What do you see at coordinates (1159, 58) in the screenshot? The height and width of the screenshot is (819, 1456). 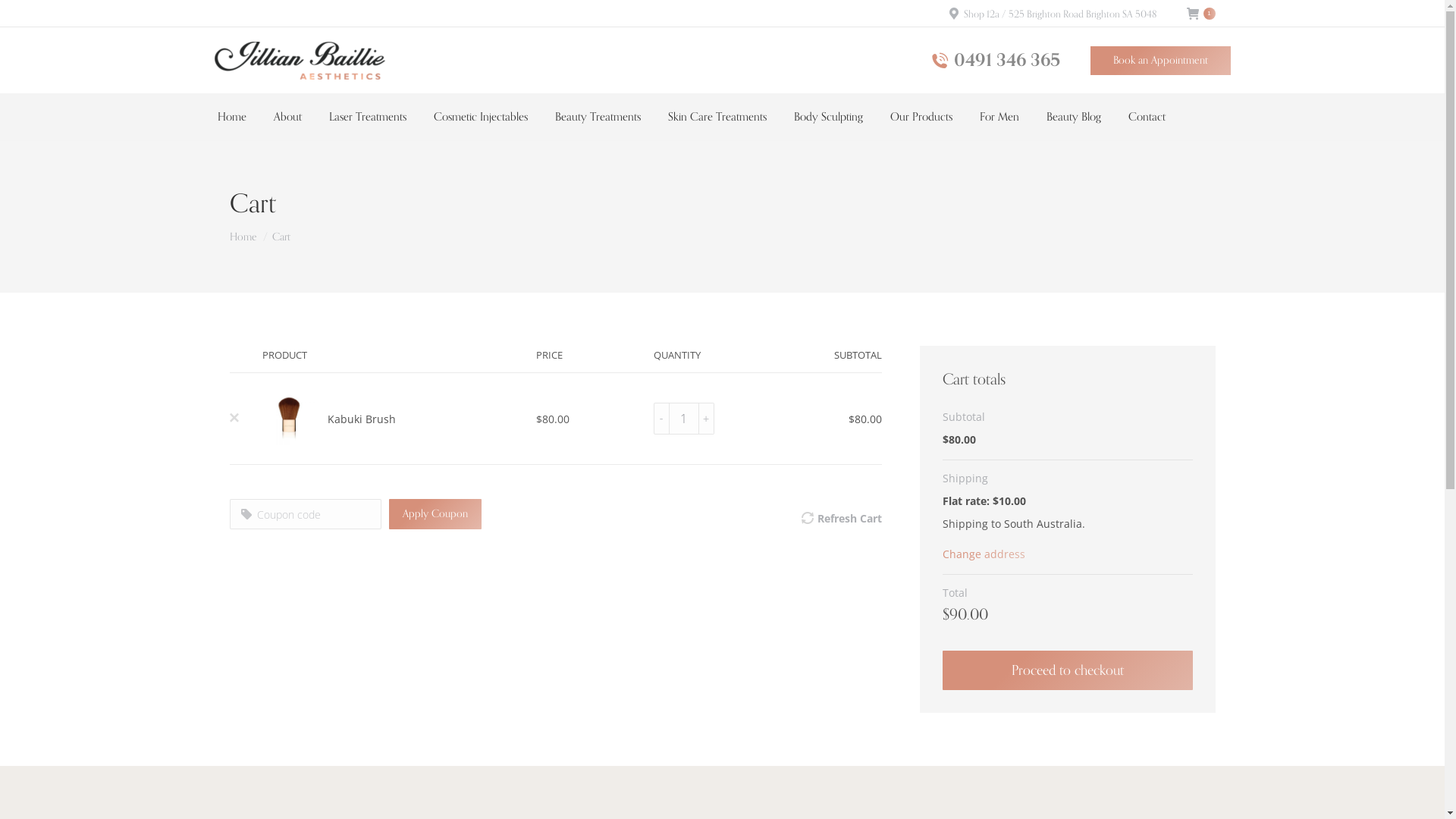 I see `'Book an Appointment'` at bounding box center [1159, 58].